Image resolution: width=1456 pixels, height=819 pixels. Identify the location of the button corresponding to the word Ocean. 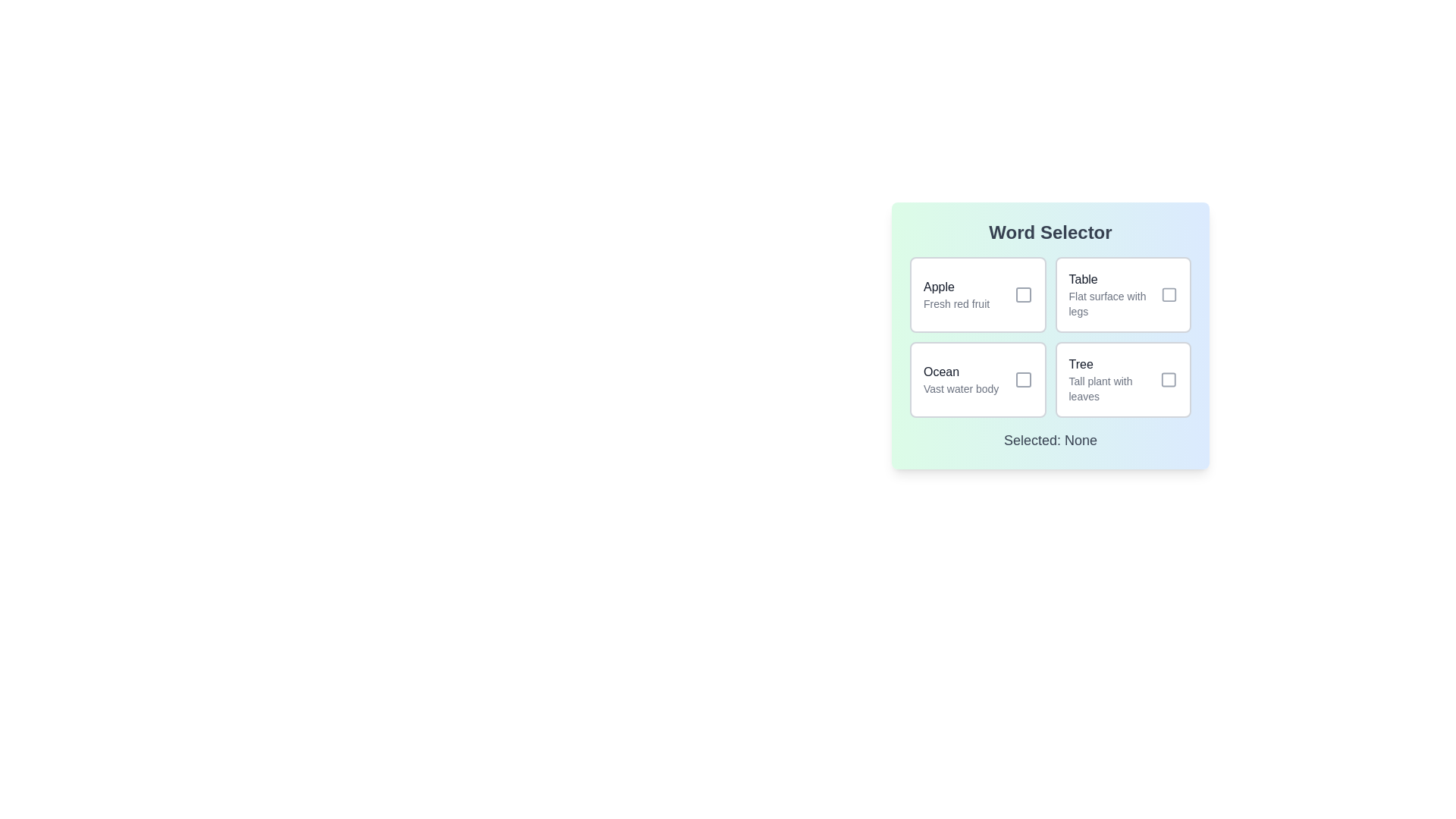
(977, 379).